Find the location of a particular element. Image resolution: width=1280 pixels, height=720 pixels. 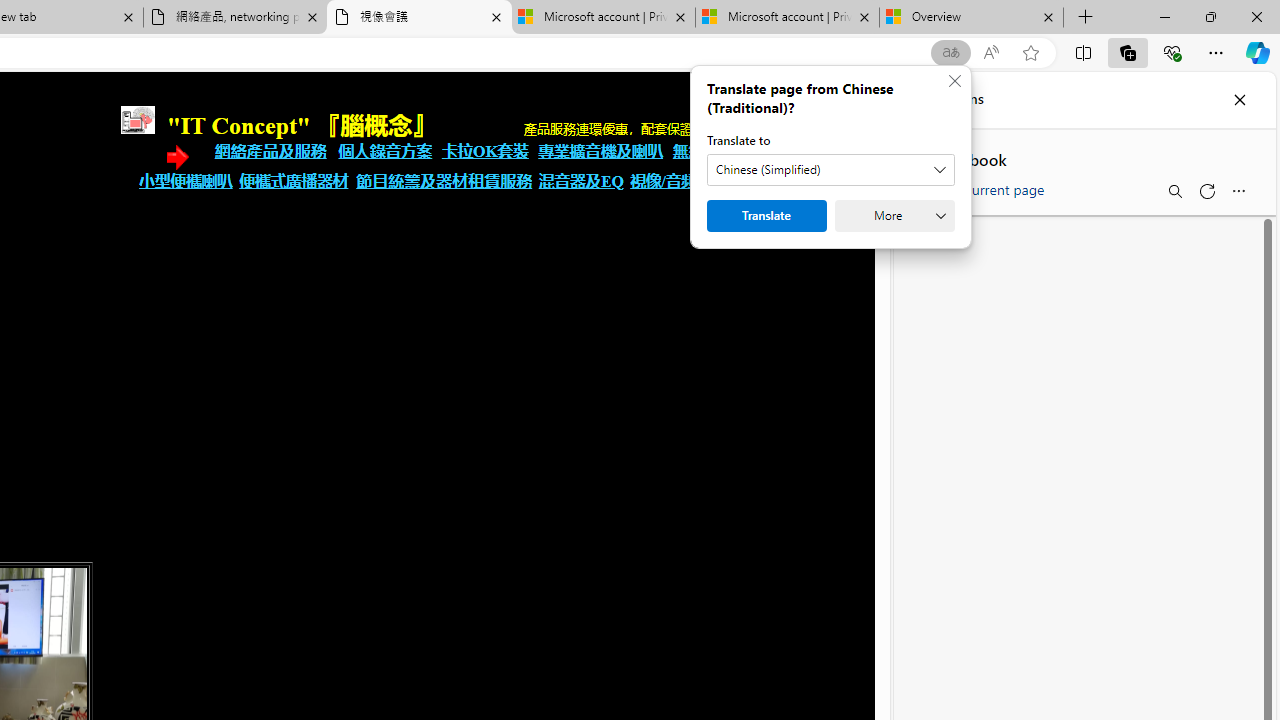

'Translate' is located at coordinates (765, 216).